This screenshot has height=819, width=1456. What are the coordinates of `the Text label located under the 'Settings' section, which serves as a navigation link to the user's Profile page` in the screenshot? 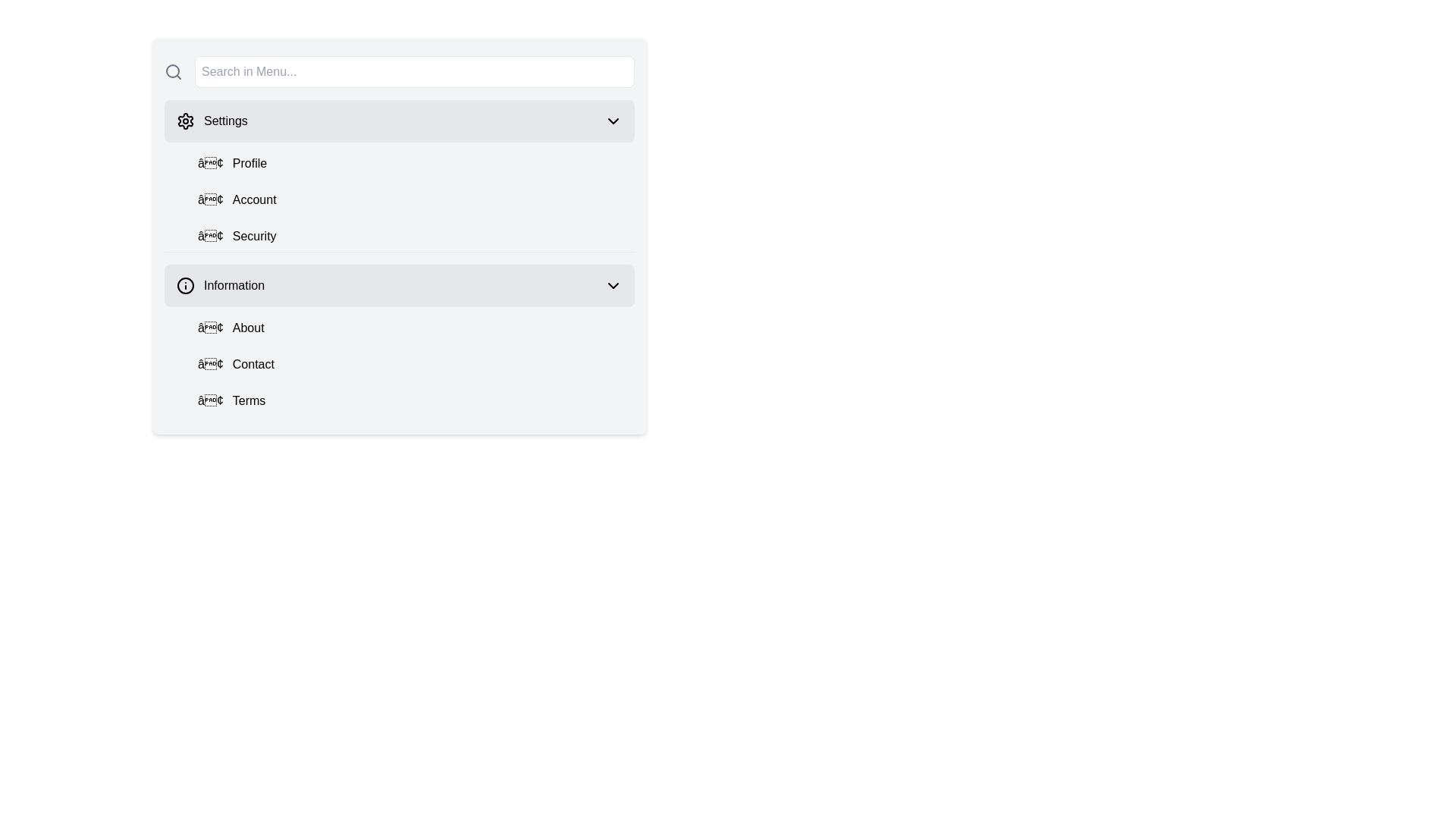 It's located at (249, 164).